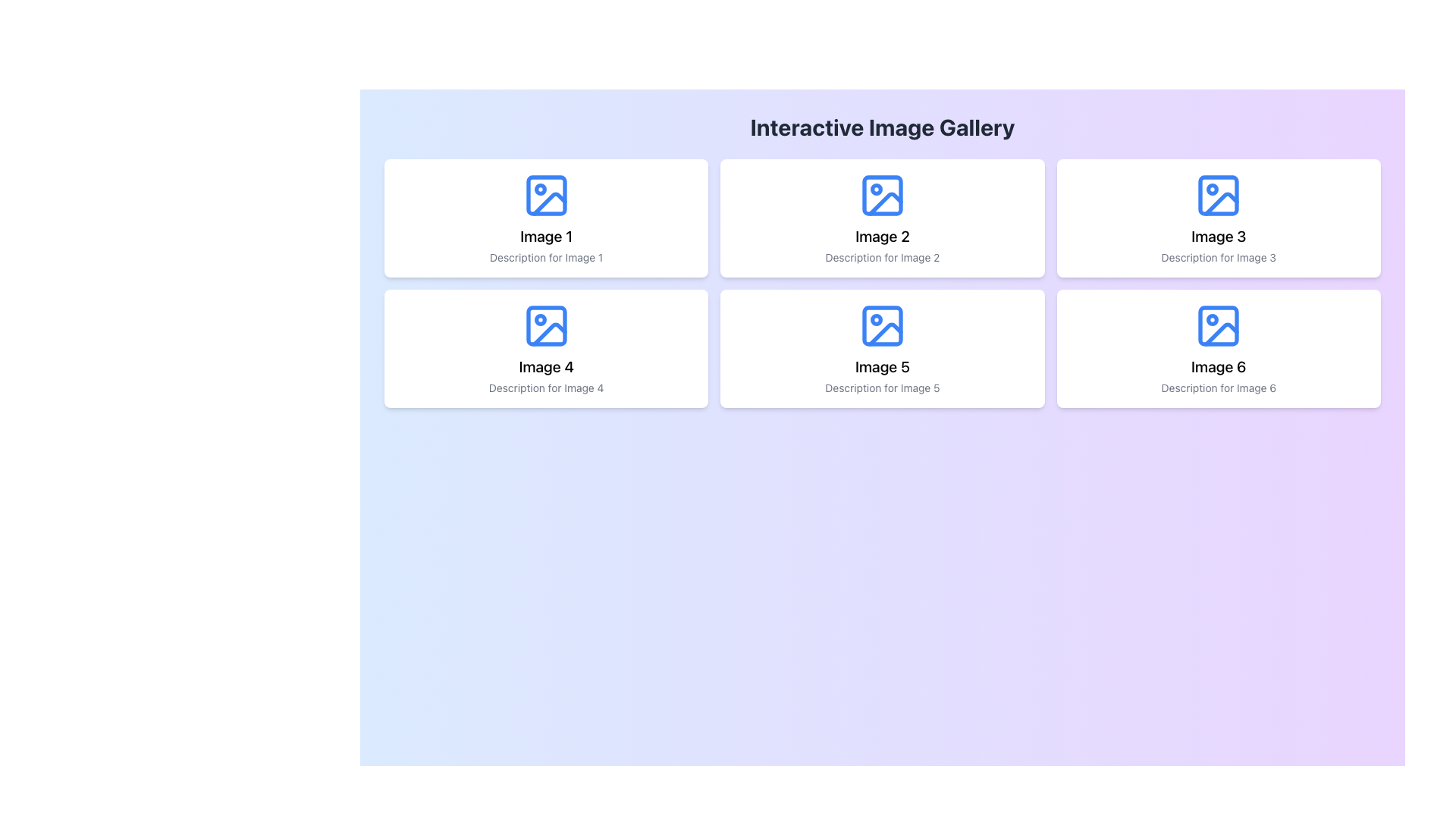  Describe the element at coordinates (546, 348) in the screenshot. I see `the card with an image labeled 'Image 4' which features a white background and rounded corners, located in the second row and first column of the grid layout` at that location.